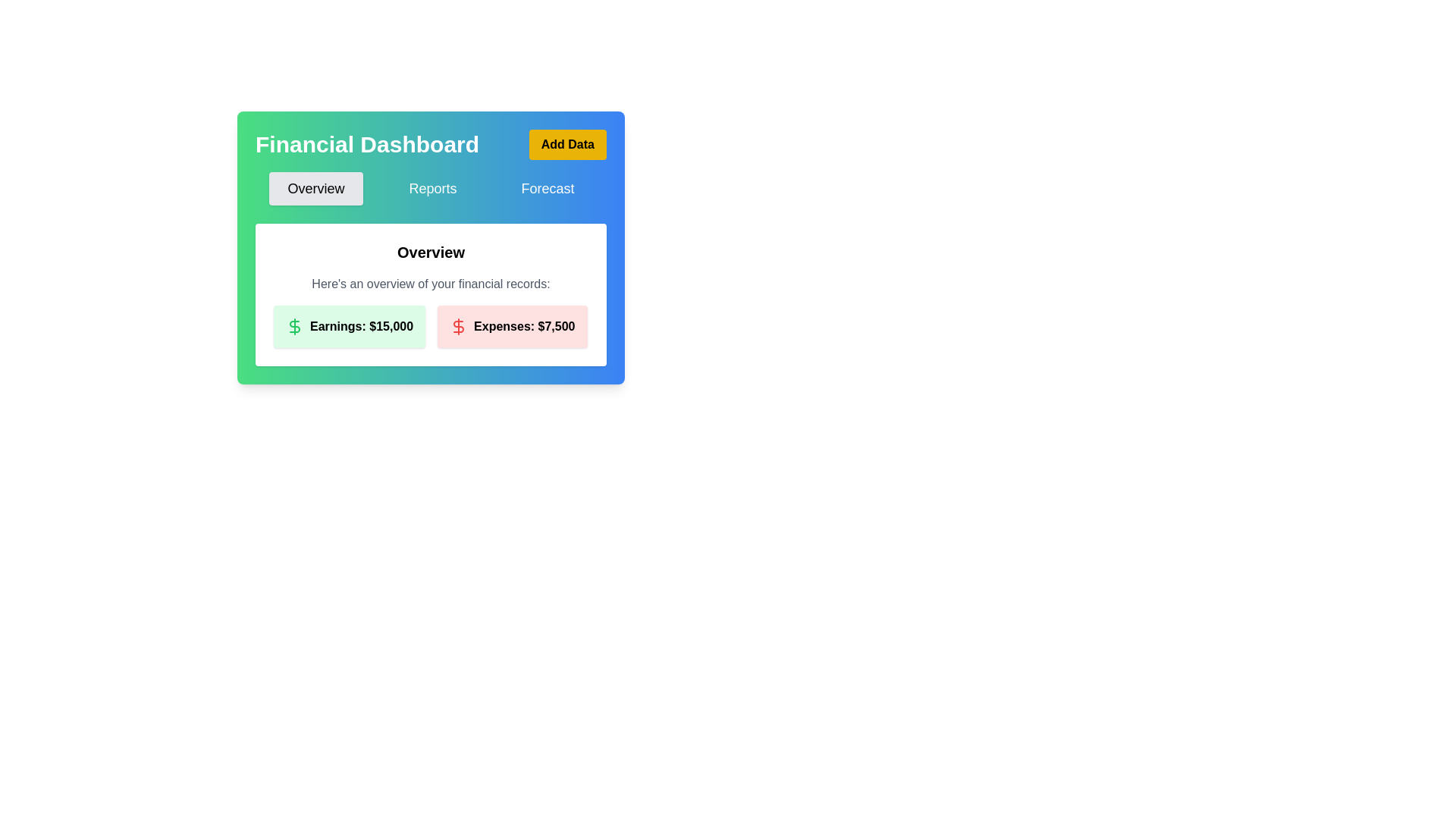 The image size is (1456, 819). Describe the element at coordinates (348, 326) in the screenshot. I see `the information display card that shows 'Earnings: $15,000' with a light green background and a green dollar sign icon, located in the bottom-left region of the 'Overview' card` at that location.